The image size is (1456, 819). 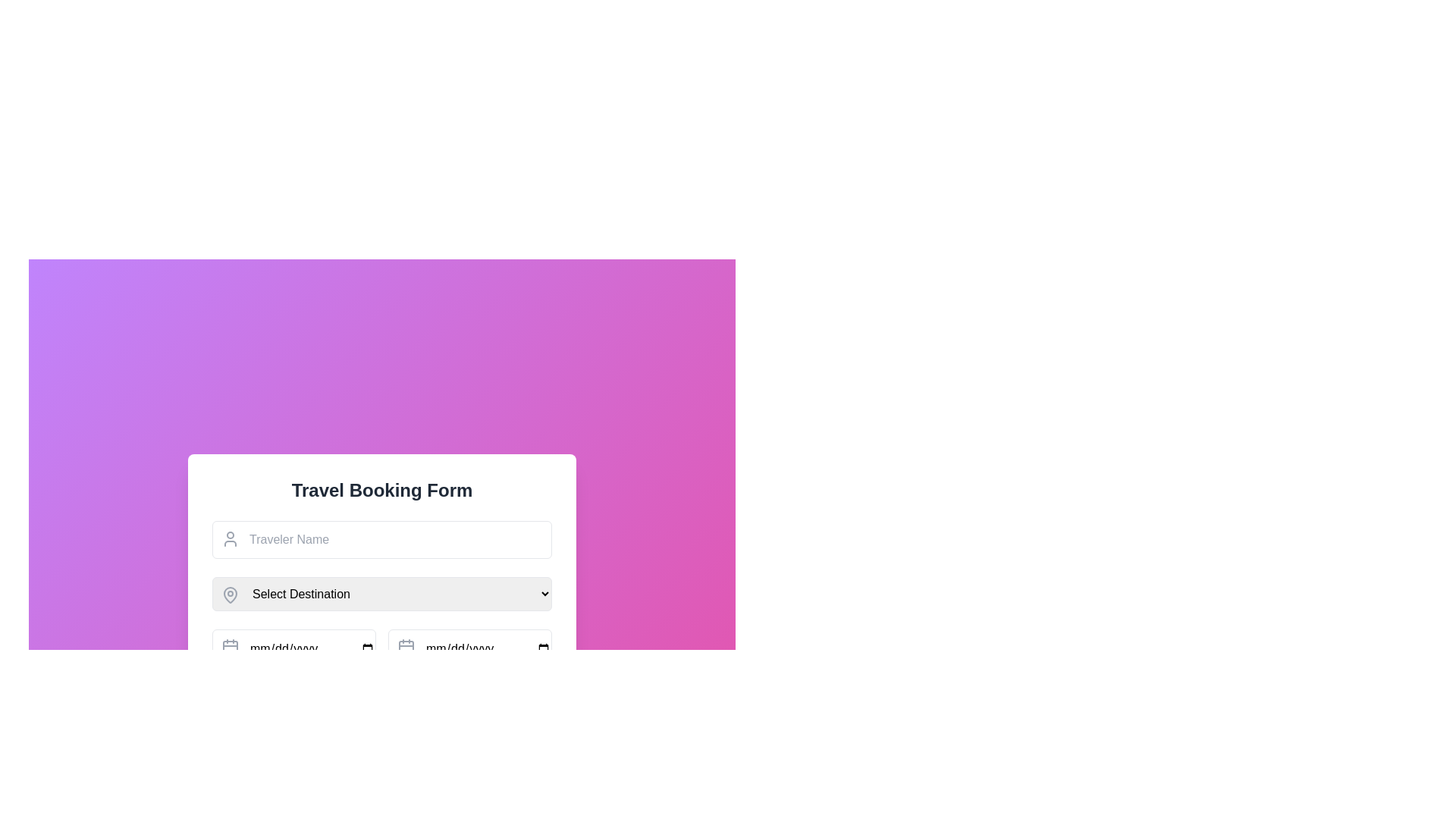 What do you see at coordinates (382, 491) in the screenshot?
I see `the Header text element, which serves as the title of the form section, providing context for the contents below it` at bounding box center [382, 491].